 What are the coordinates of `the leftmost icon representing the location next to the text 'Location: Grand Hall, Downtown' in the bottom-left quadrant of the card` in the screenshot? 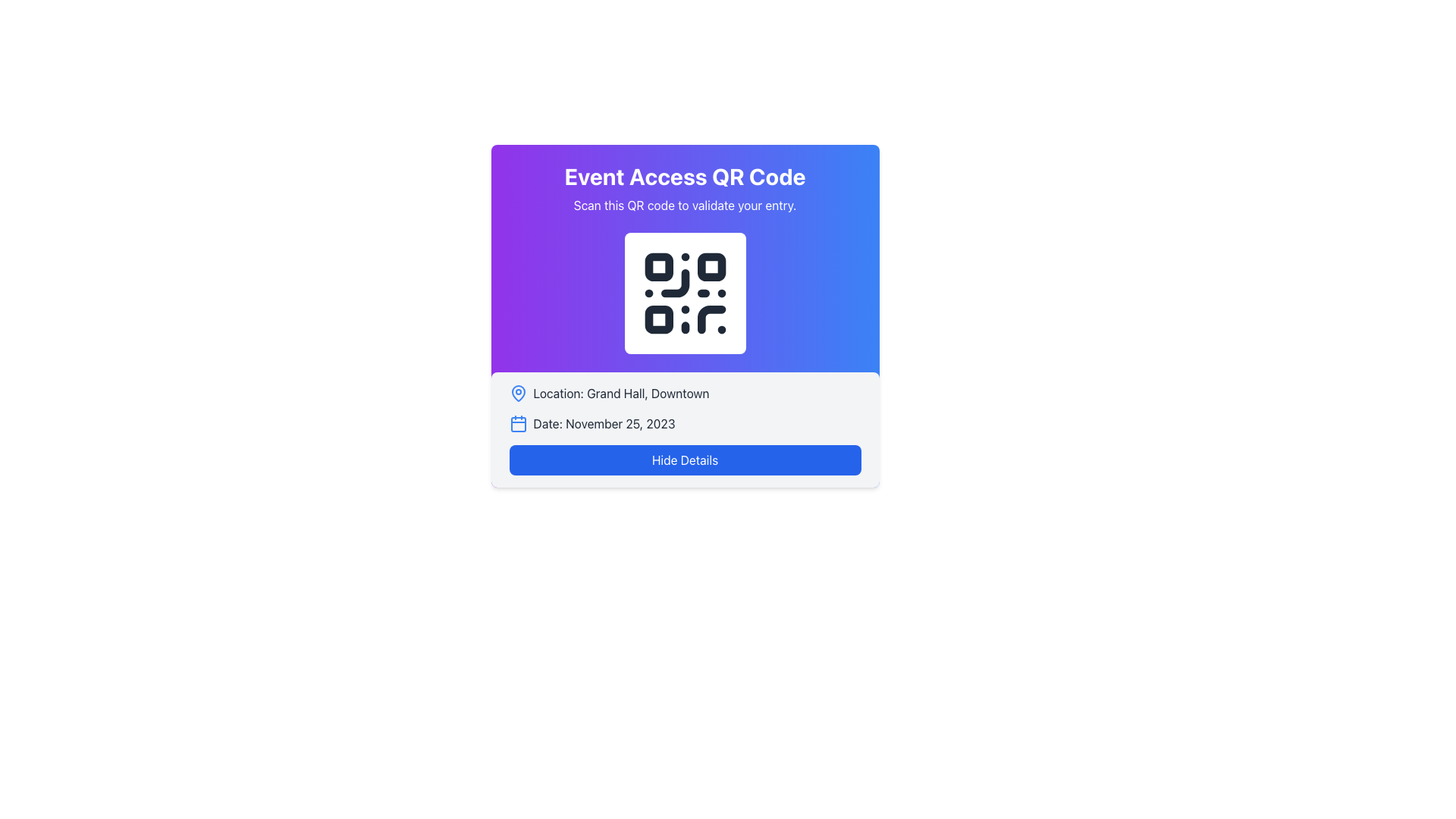 It's located at (518, 393).